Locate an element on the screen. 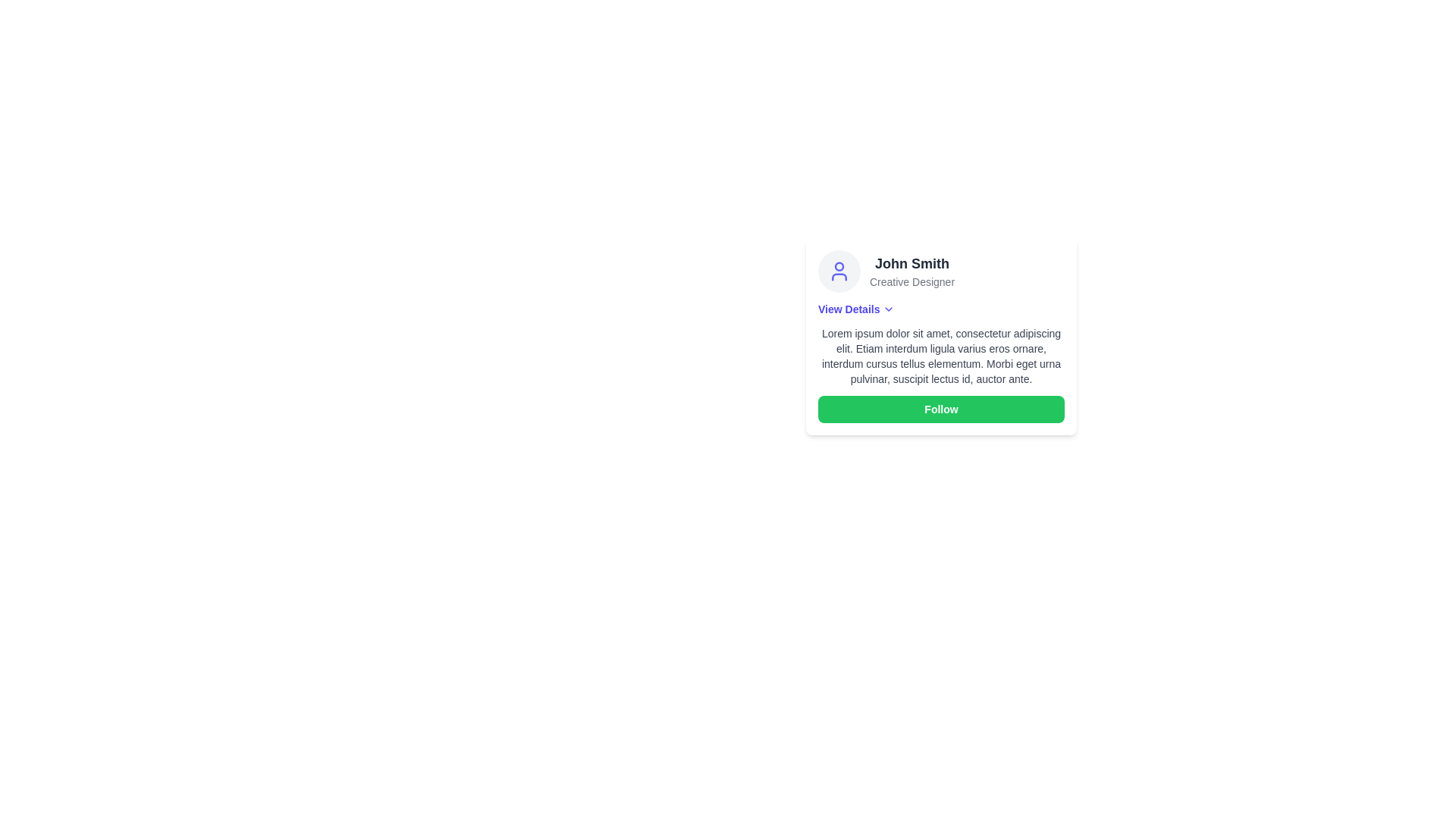 The height and width of the screenshot is (819, 1456). the SVG User Icon with a dark blue stroke on a transparent background for a detailed profile view is located at coordinates (839, 271).